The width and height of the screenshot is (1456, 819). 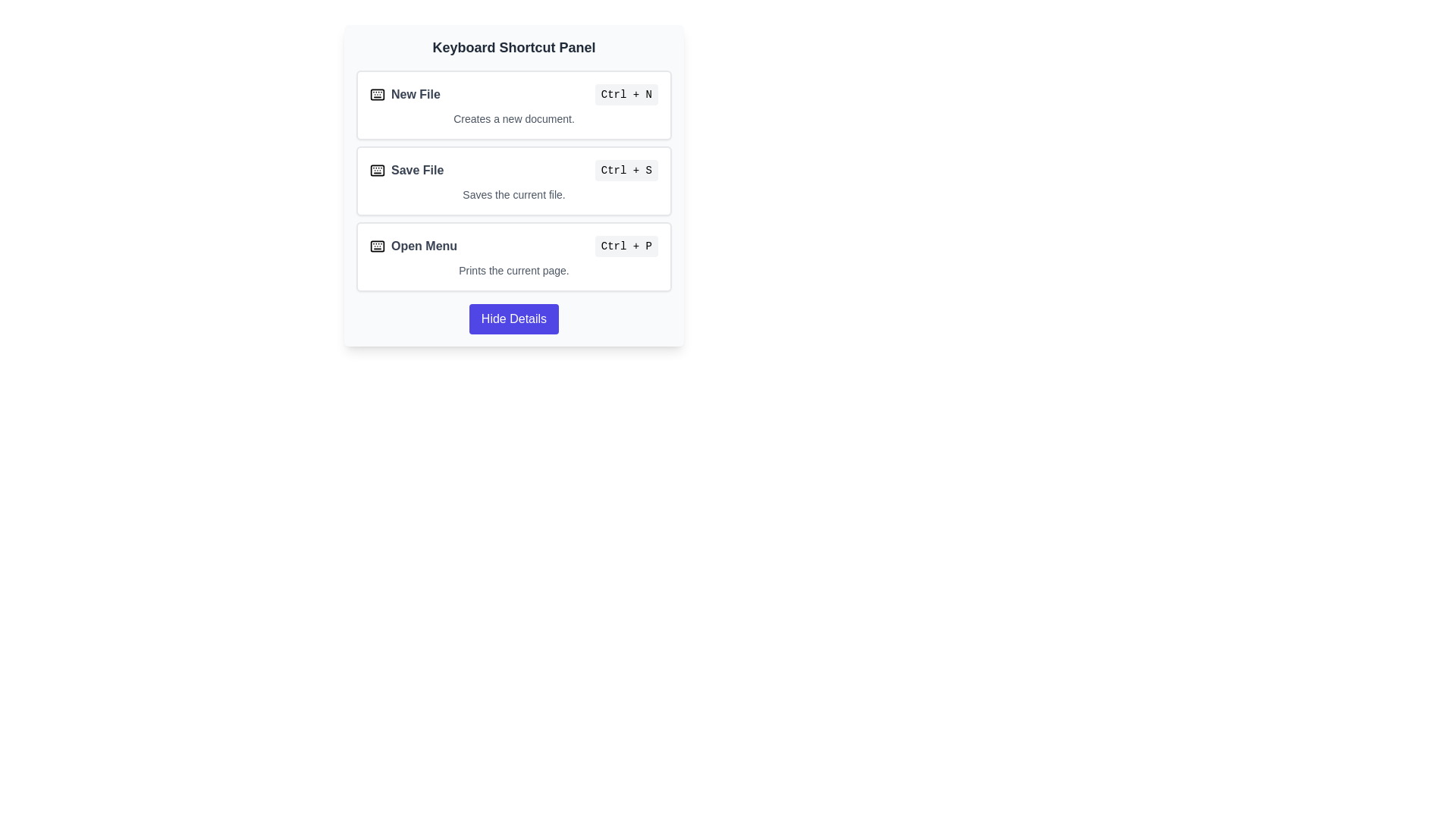 What do you see at coordinates (378, 170) in the screenshot?
I see `the keyboard icon with class 'lucide-keyboard' located next to the 'Save File' text` at bounding box center [378, 170].